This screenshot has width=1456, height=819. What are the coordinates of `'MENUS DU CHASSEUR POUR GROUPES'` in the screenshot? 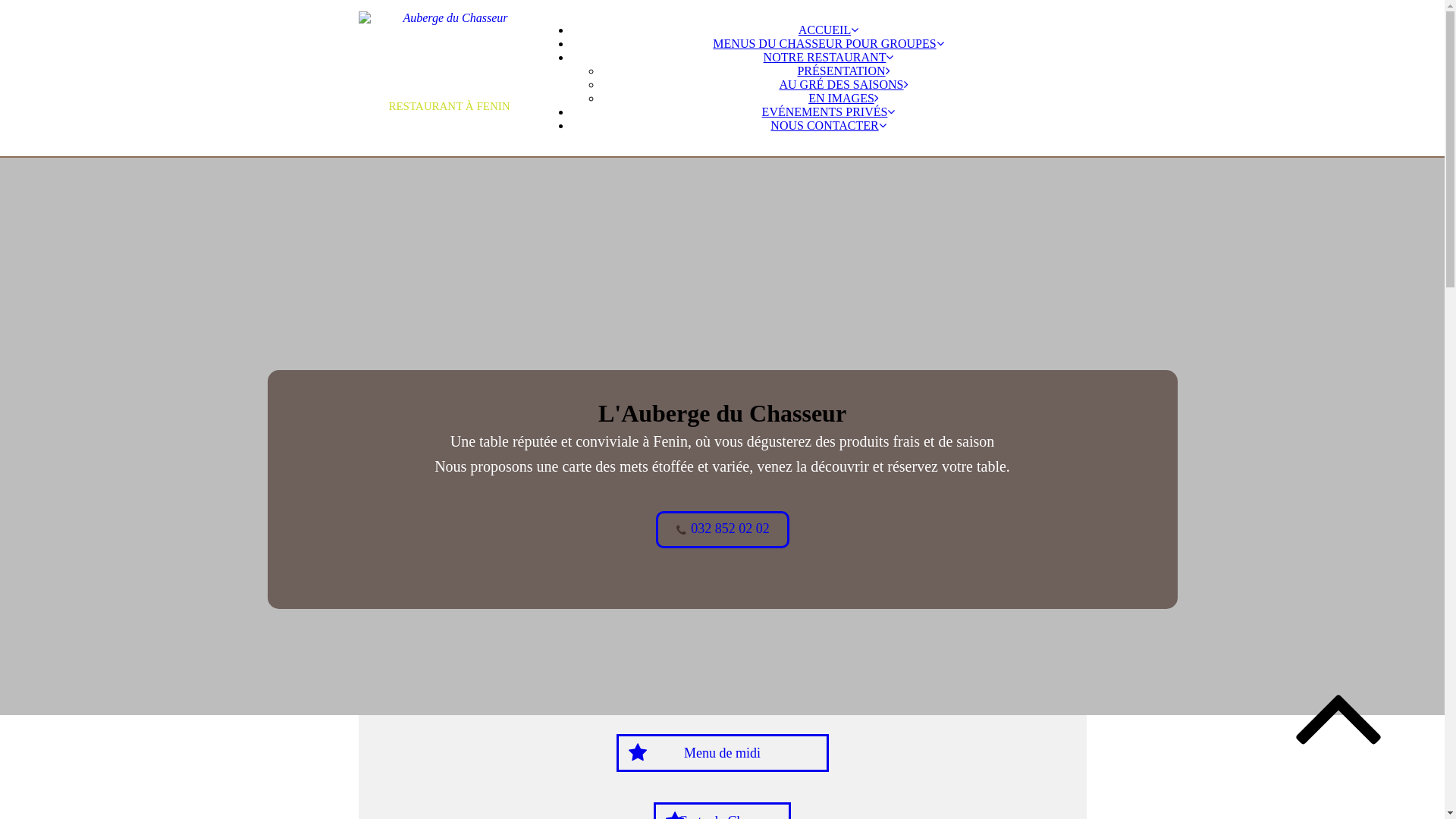 It's located at (827, 42).